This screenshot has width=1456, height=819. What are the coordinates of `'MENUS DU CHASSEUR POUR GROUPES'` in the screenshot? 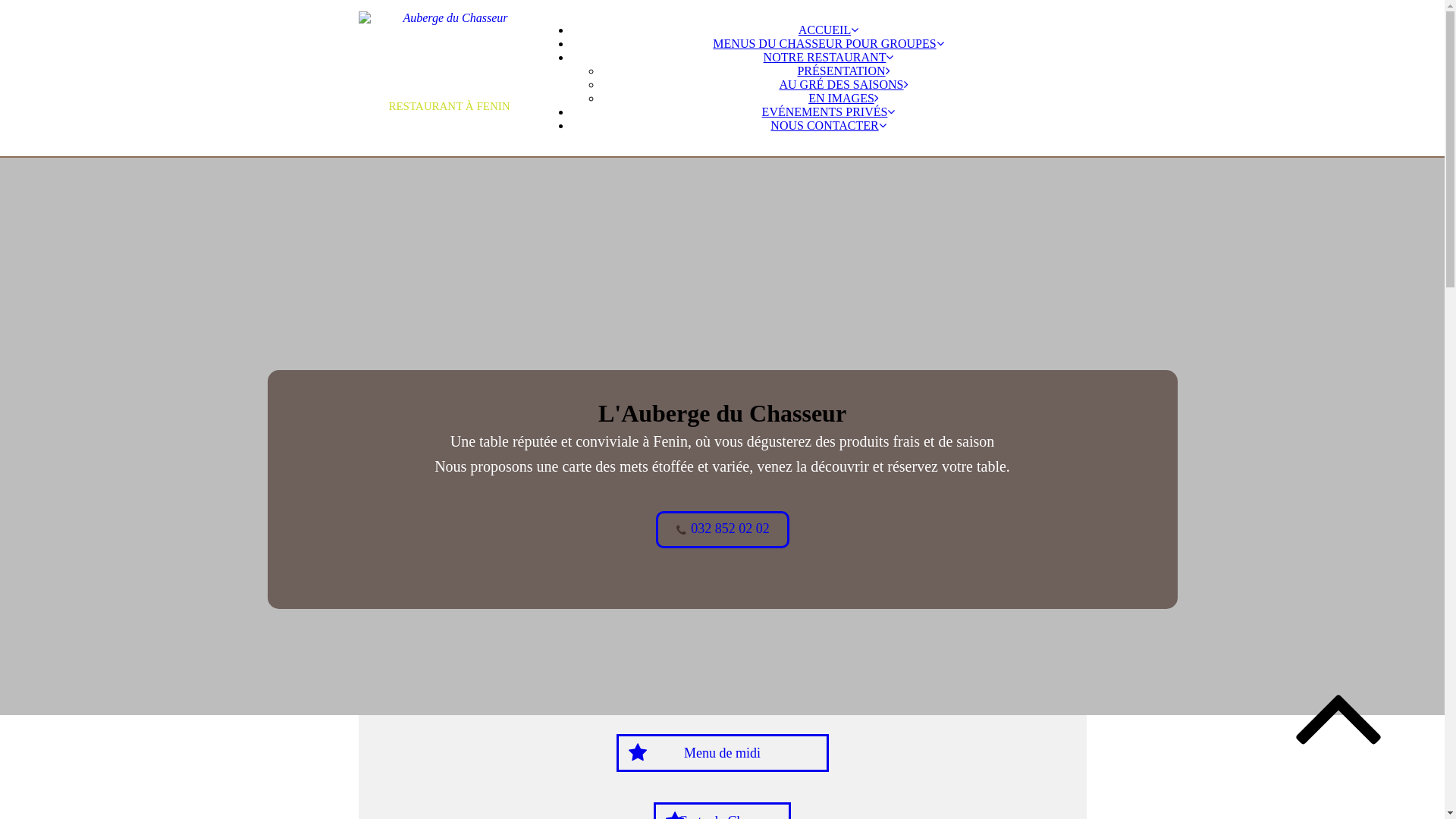 It's located at (827, 42).